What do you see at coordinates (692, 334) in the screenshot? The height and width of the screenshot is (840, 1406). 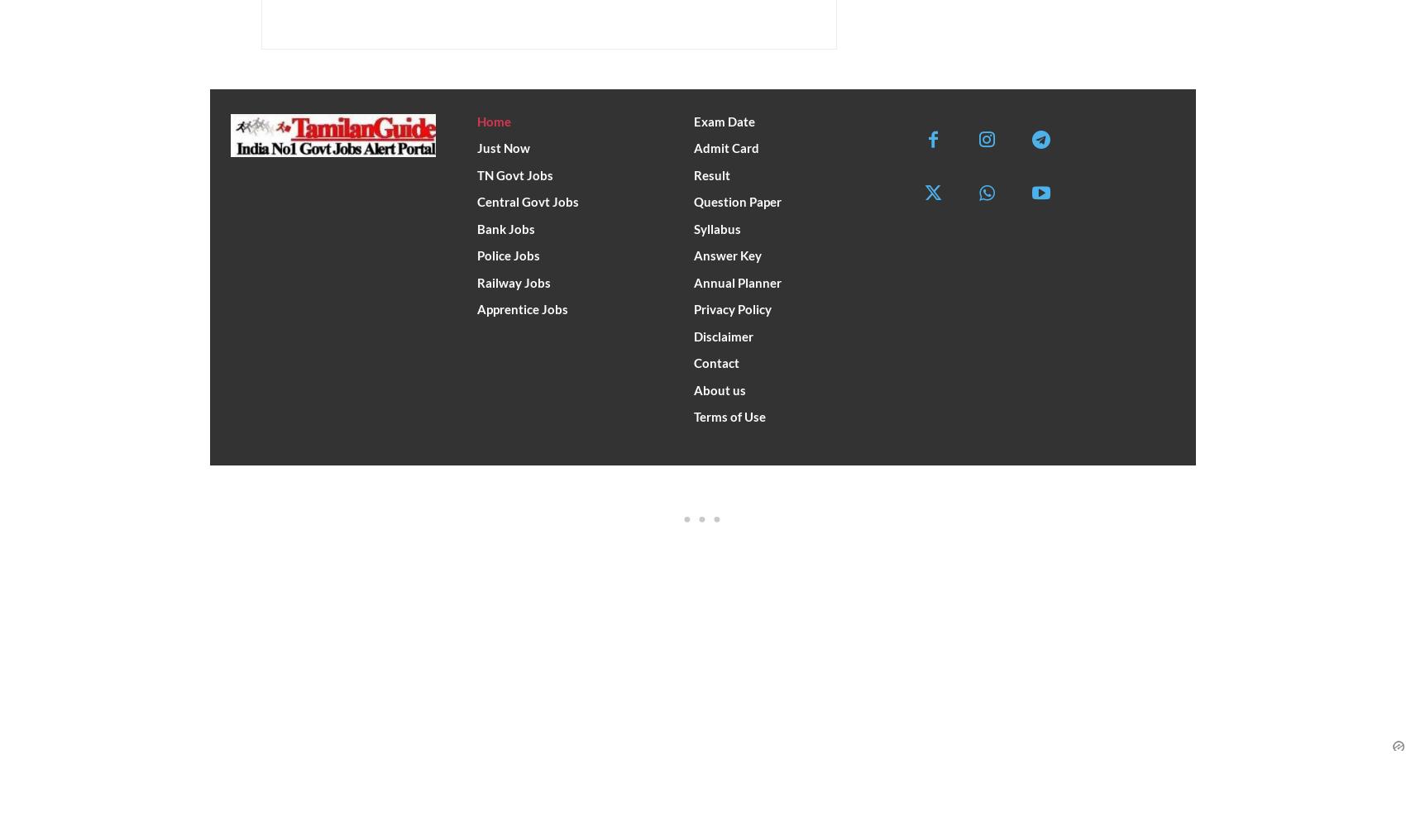 I see `'Disclaimer'` at bounding box center [692, 334].